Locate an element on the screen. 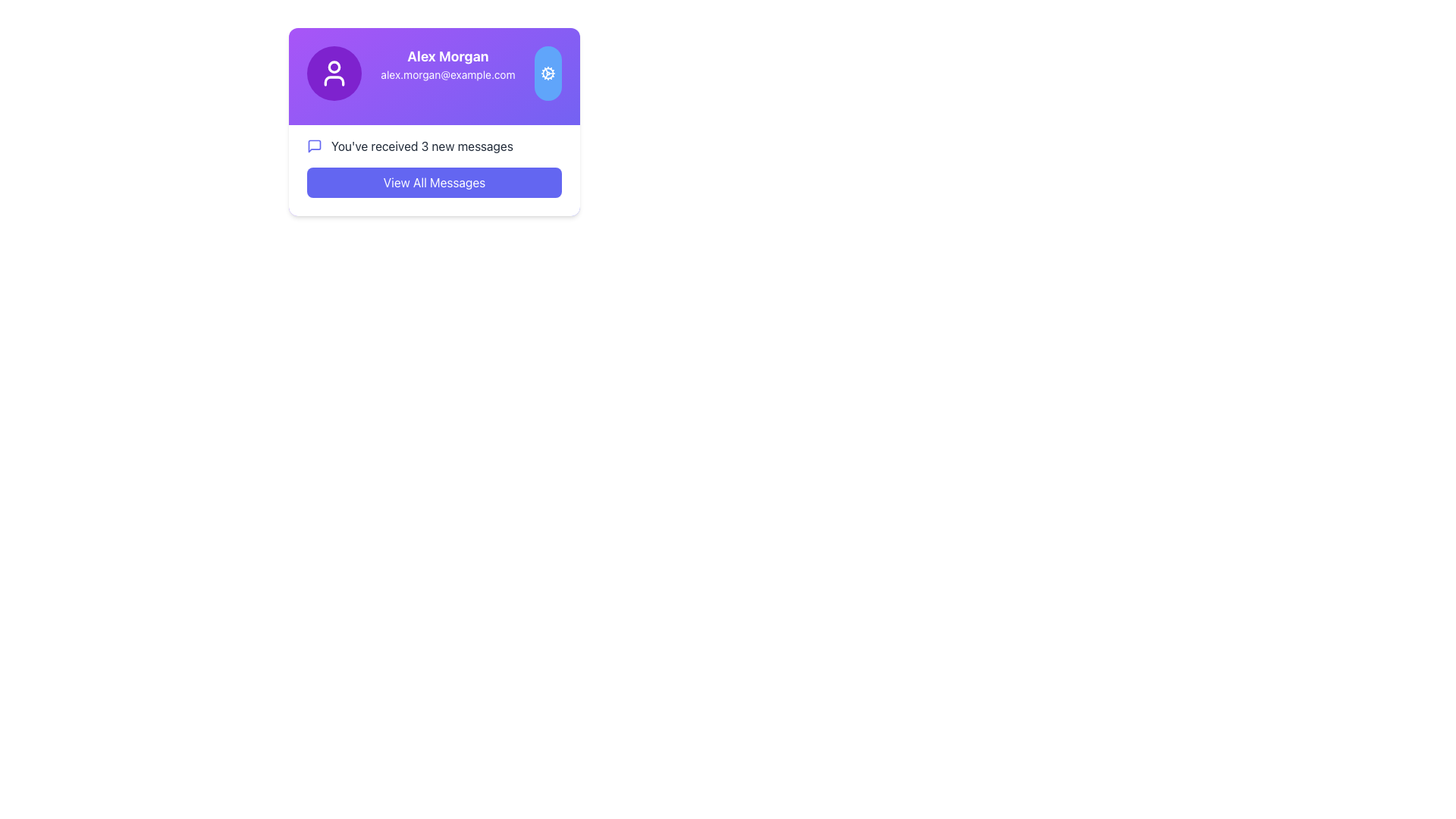  the text label displaying the user's name 'Alex Morgan' located at the top-left corner of the card layout is located at coordinates (447, 55).